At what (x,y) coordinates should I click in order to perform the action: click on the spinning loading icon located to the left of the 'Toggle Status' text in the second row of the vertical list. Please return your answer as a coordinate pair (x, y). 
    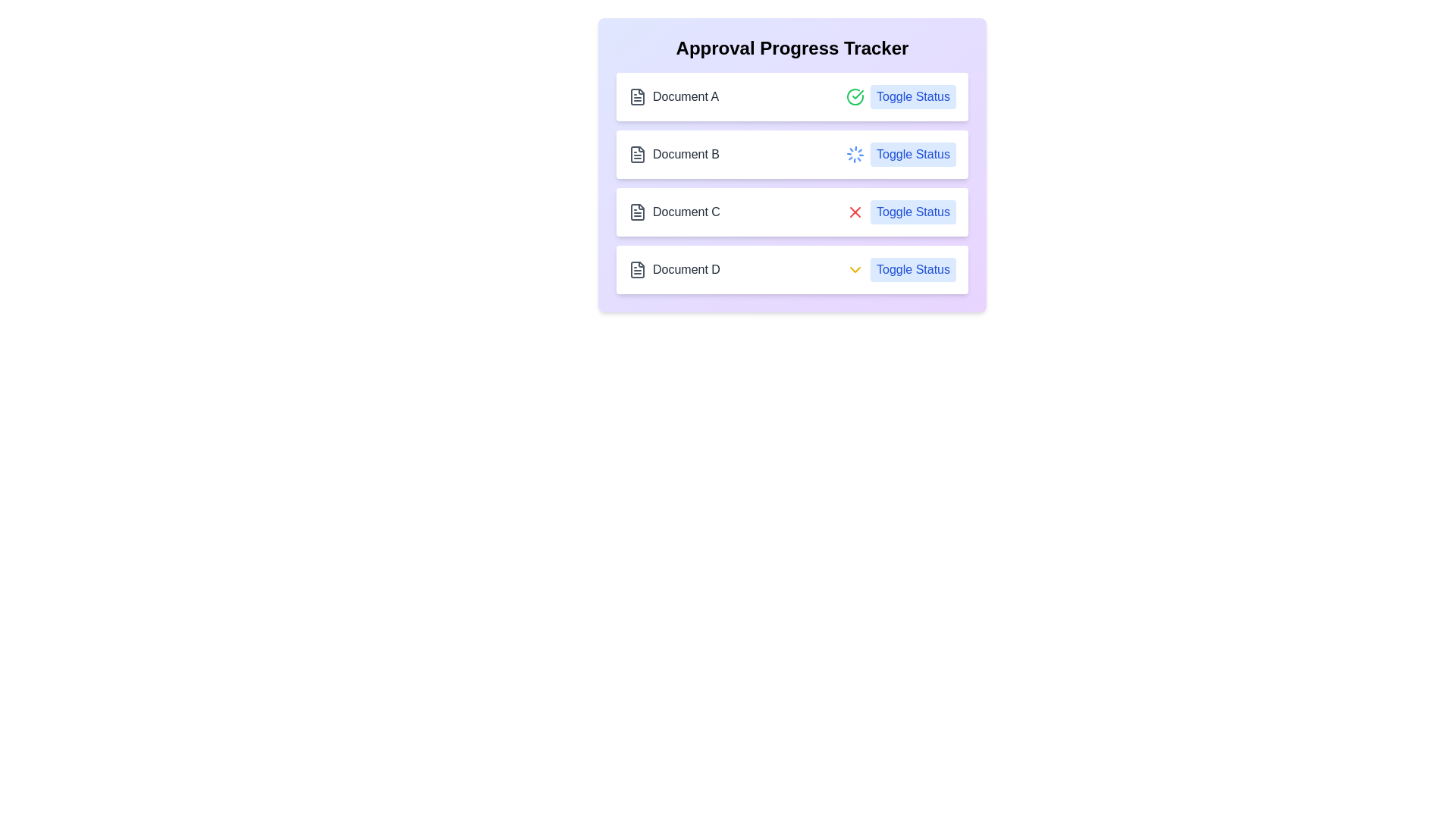
    Looking at the image, I should click on (855, 155).